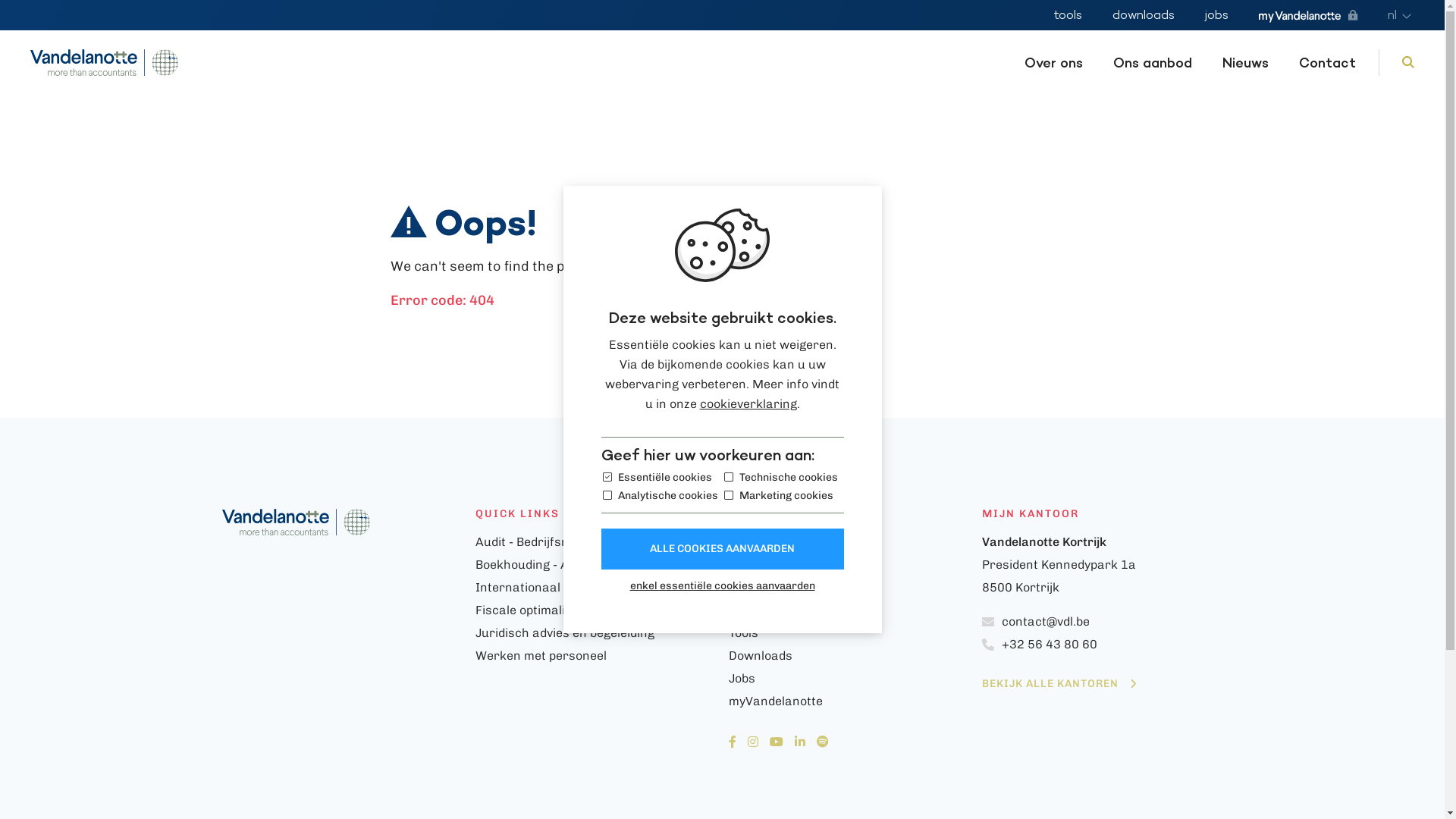 The height and width of the screenshot is (819, 1456). I want to click on 'jobs', so click(1216, 14).